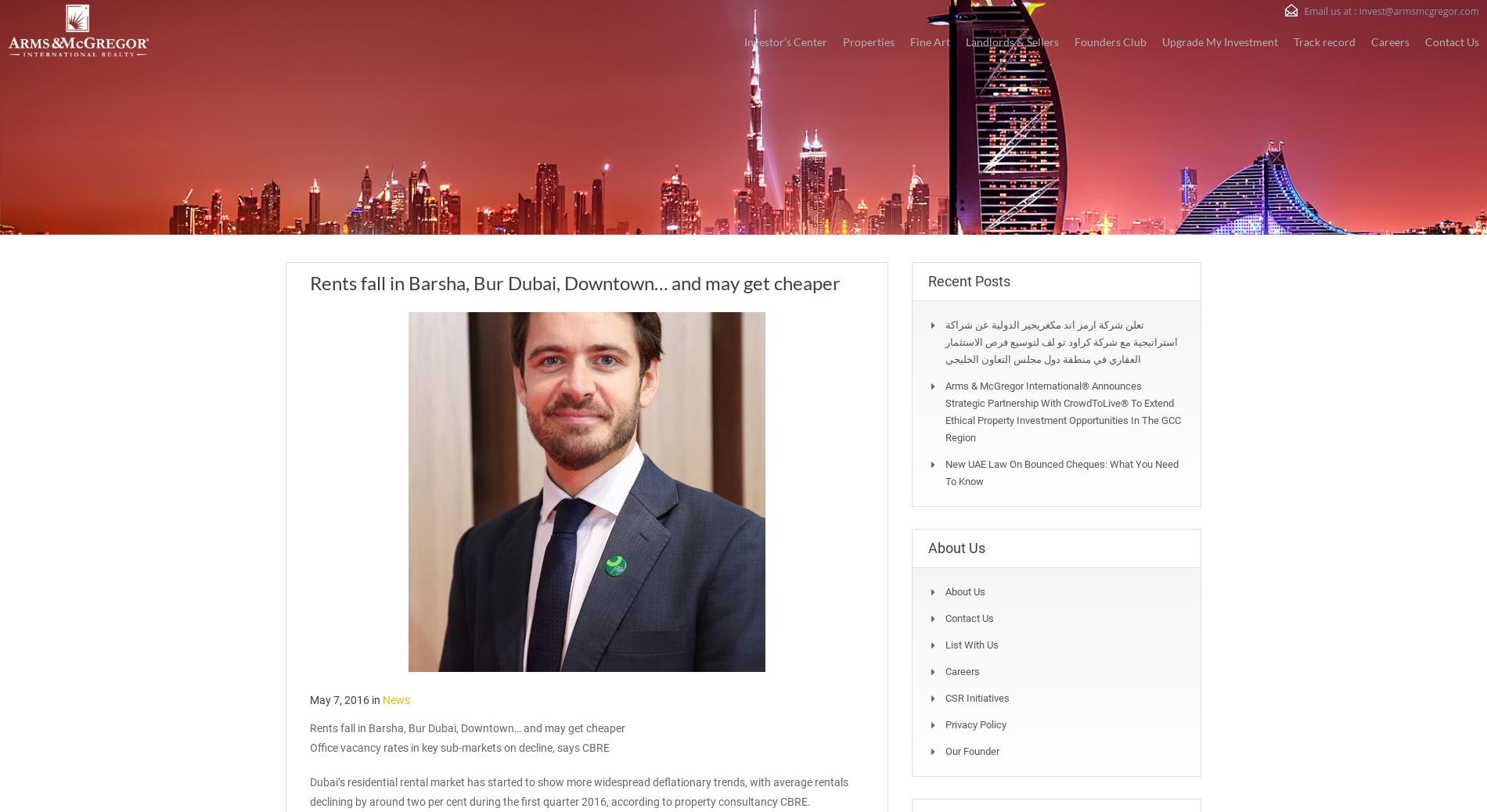 The height and width of the screenshot is (812, 1487). Describe the element at coordinates (1417, 10) in the screenshot. I see `'invest@armsmcgregor.com'` at that location.